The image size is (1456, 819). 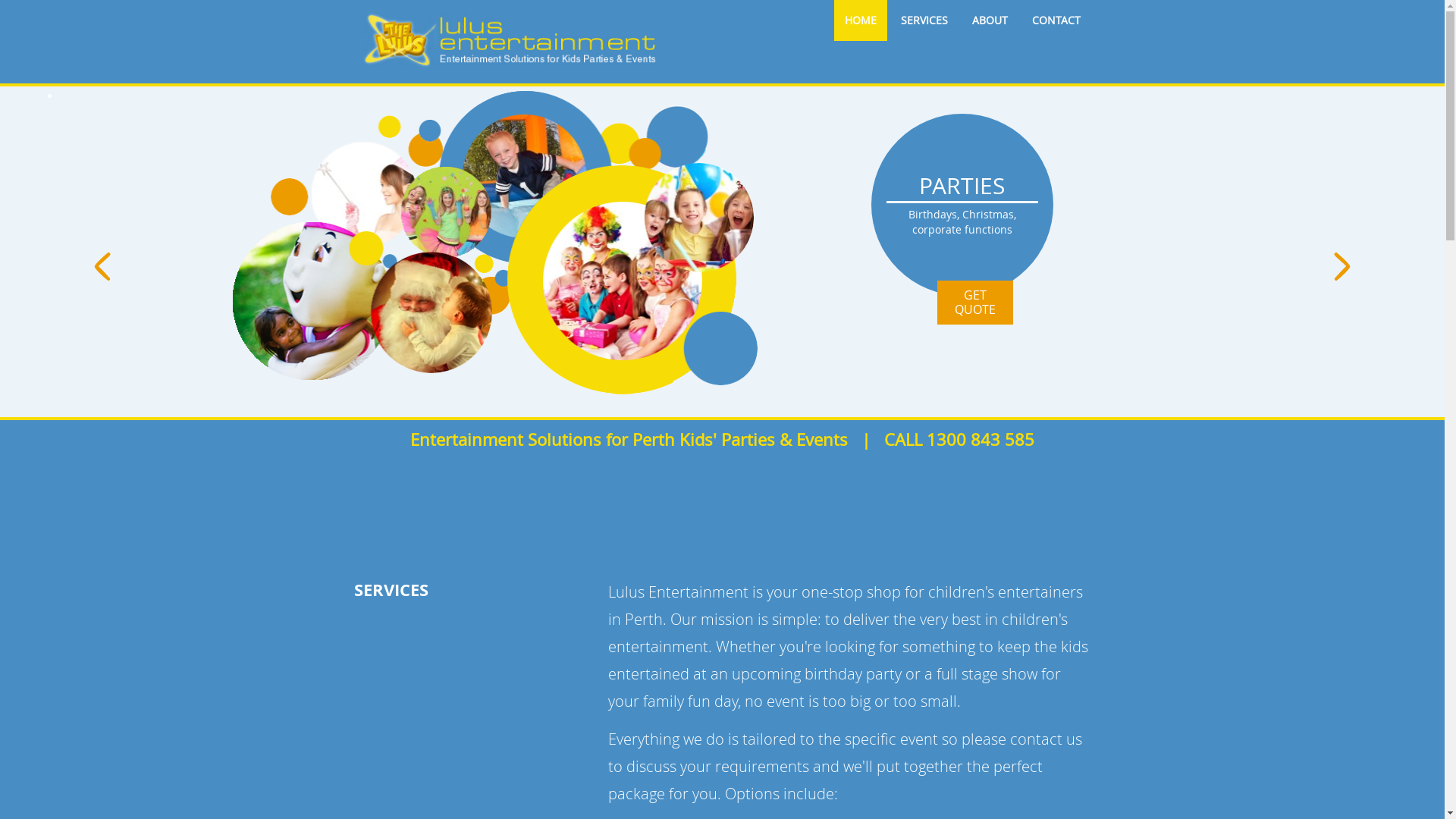 I want to click on 'GET QUOTE', so click(x=937, y=302).